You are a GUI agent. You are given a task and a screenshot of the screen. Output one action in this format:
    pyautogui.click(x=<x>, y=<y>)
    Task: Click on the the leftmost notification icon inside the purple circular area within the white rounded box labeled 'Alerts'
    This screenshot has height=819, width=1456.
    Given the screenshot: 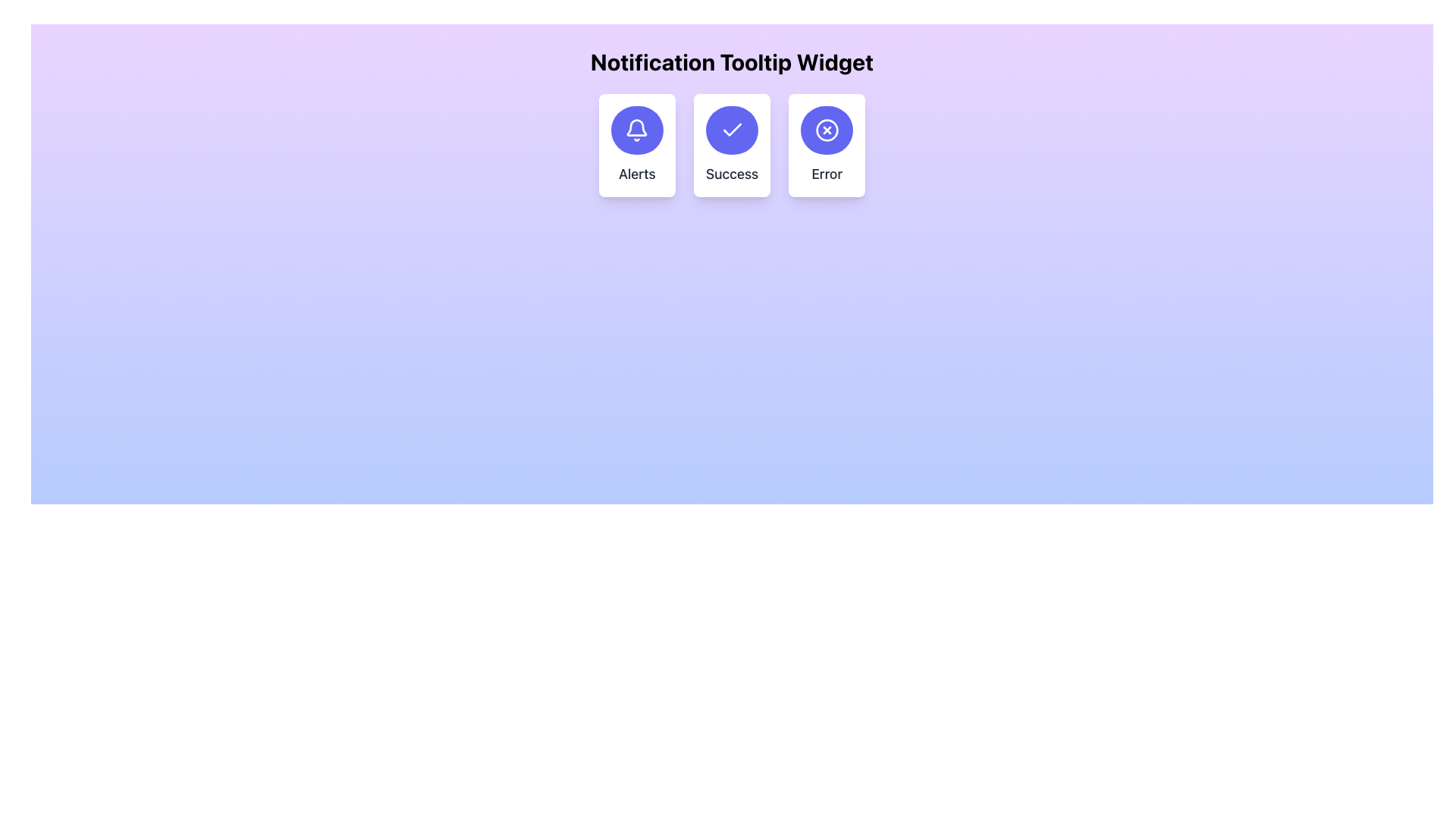 What is the action you would take?
    pyautogui.click(x=637, y=130)
    